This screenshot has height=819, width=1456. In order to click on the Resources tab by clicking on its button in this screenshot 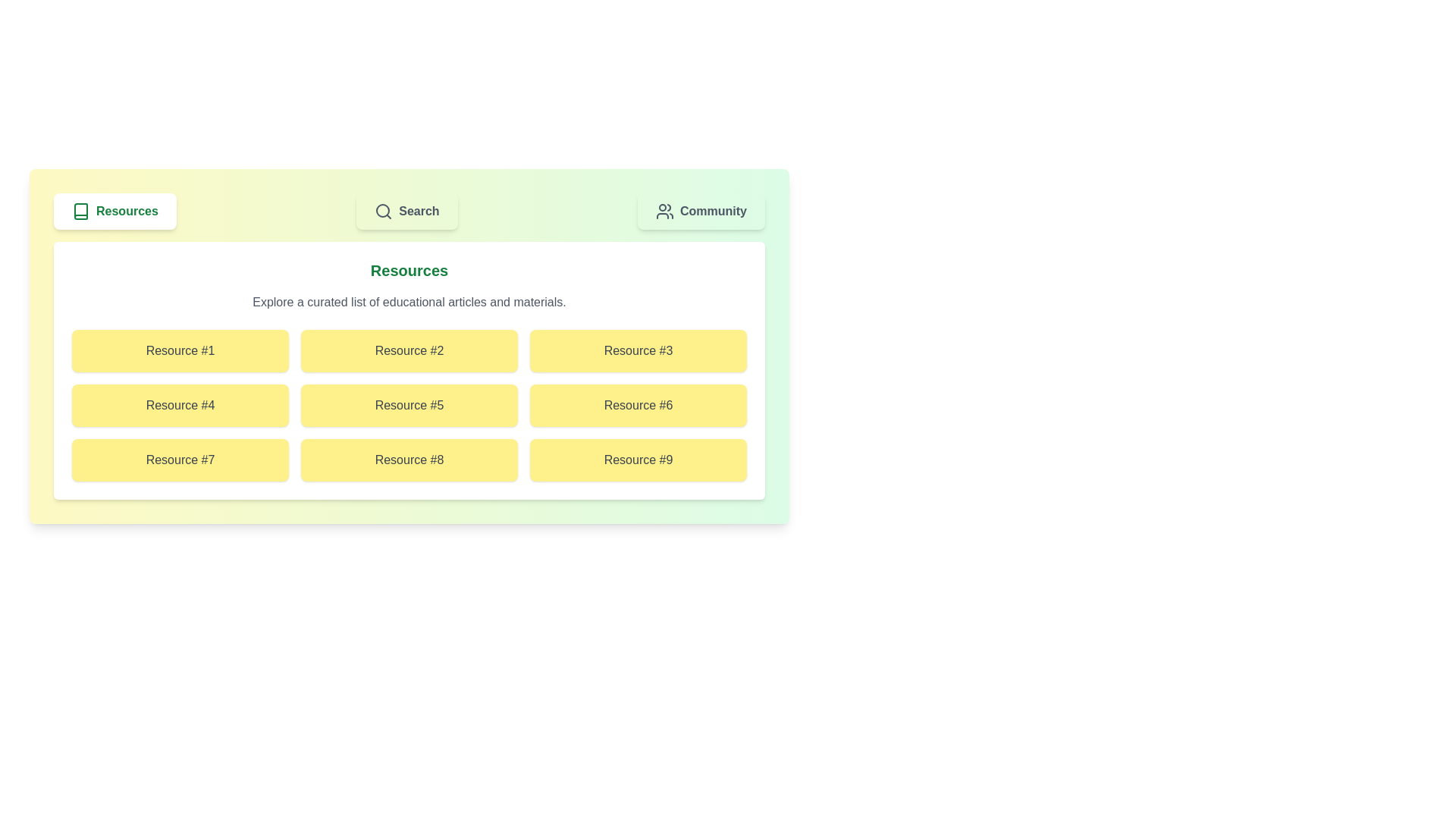, I will do `click(113, 211)`.